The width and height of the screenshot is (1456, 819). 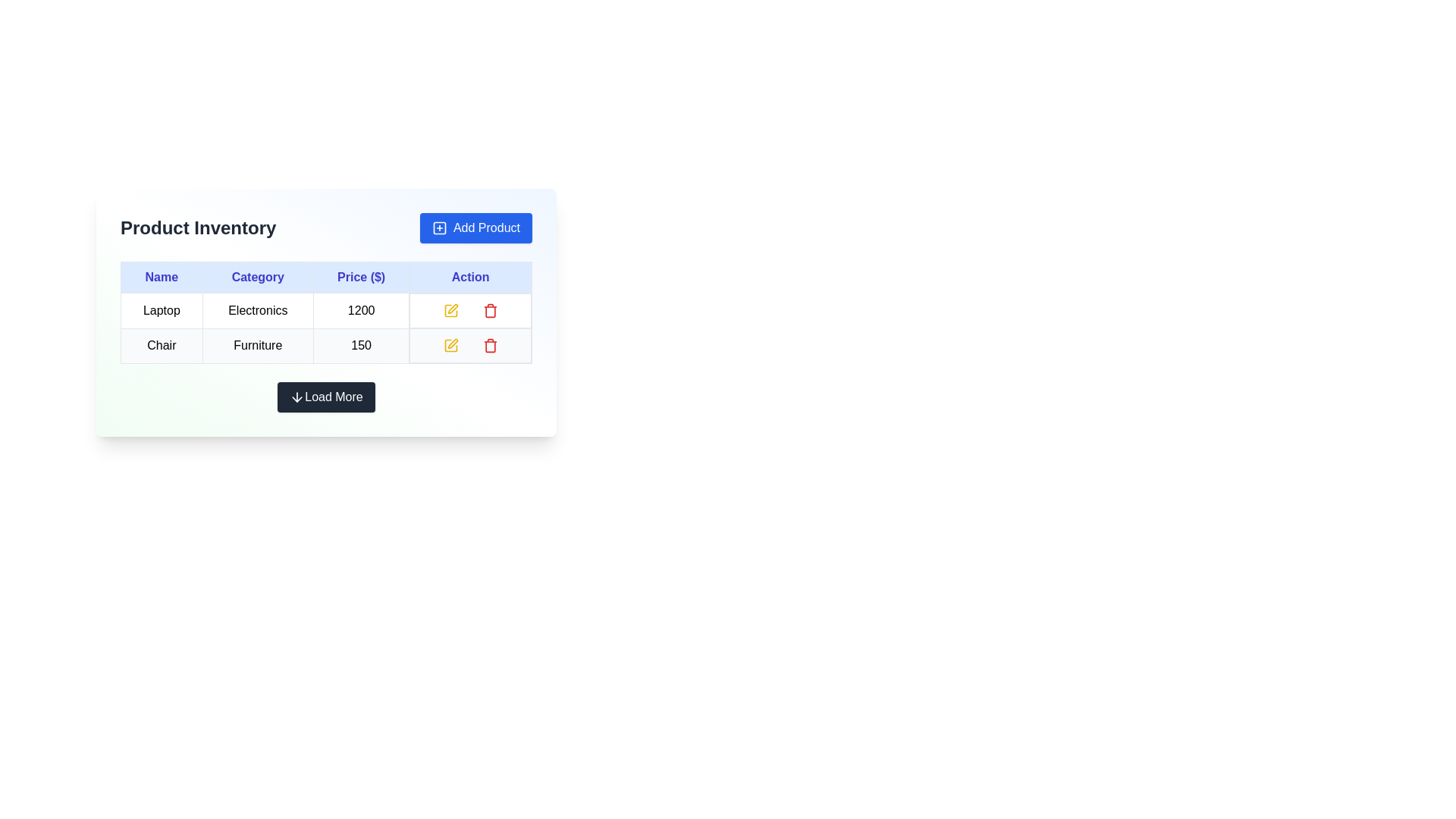 What do you see at coordinates (469, 345) in the screenshot?
I see `the action icons in the last row of the table, specifically the yellow pencil icon for editing and the red trash bin icon for deletion` at bounding box center [469, 345].